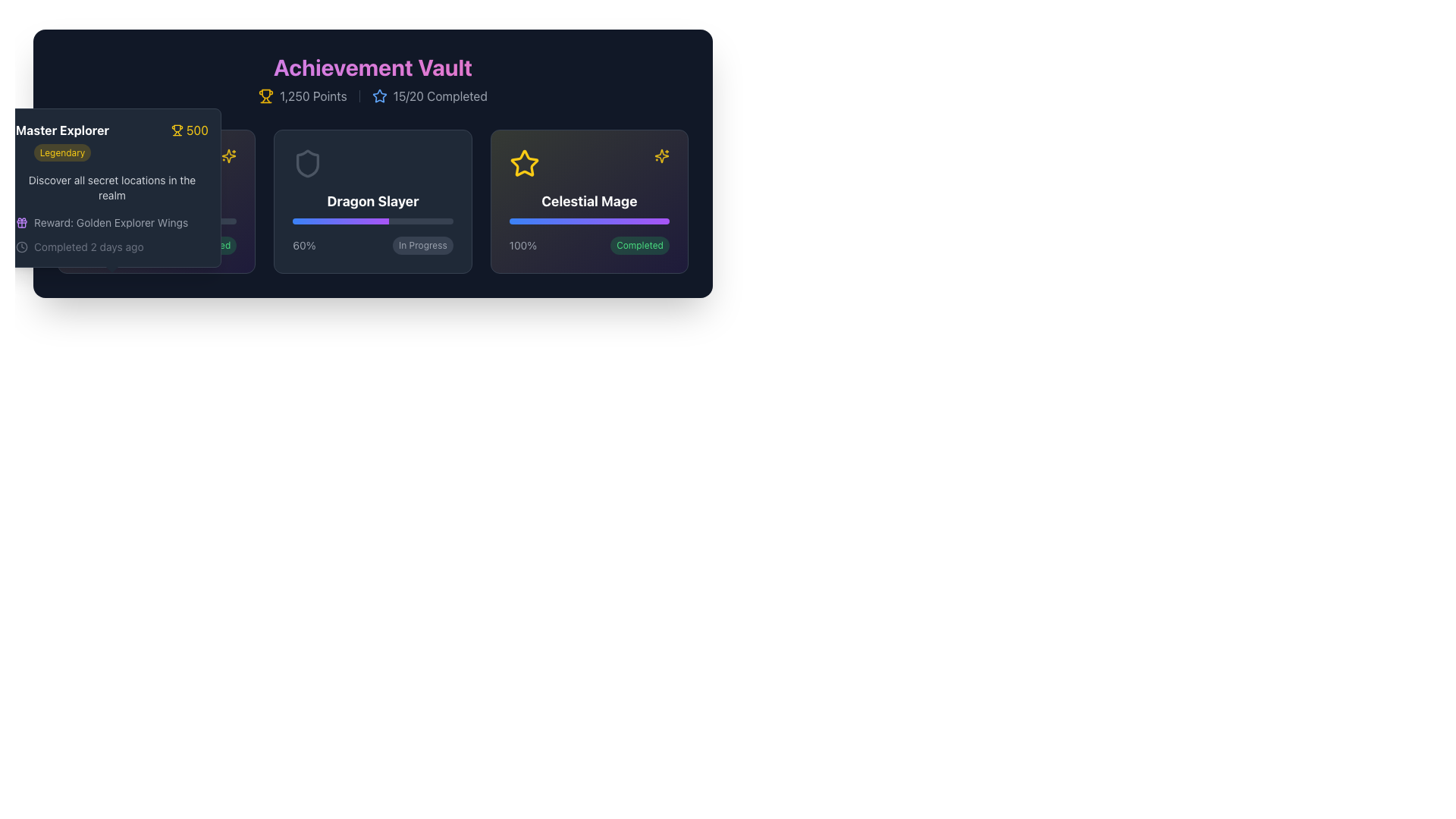  What do you see at coordinates (588, 201) in the screenshot?
I see `the achievement card located below the 'Achievement Vault' text, which is the third card in the grid and positioned next to the 'Dragon Slayer' card` at bounding box center [588, 201].